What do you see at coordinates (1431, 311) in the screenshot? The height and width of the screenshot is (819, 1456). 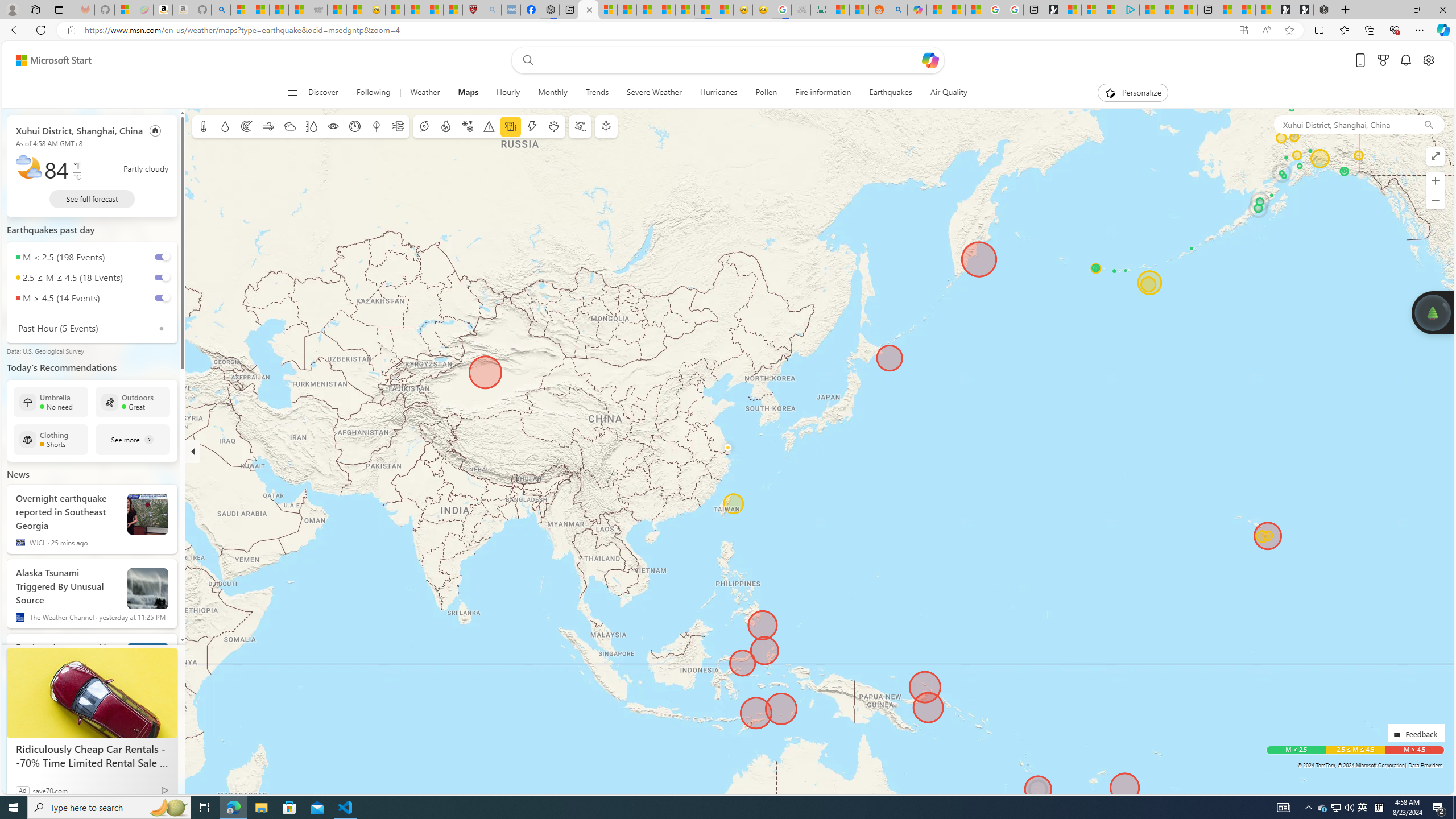 I see `'Join us in planting real trees to help our planet!'` at bounding box center [1431, 311].